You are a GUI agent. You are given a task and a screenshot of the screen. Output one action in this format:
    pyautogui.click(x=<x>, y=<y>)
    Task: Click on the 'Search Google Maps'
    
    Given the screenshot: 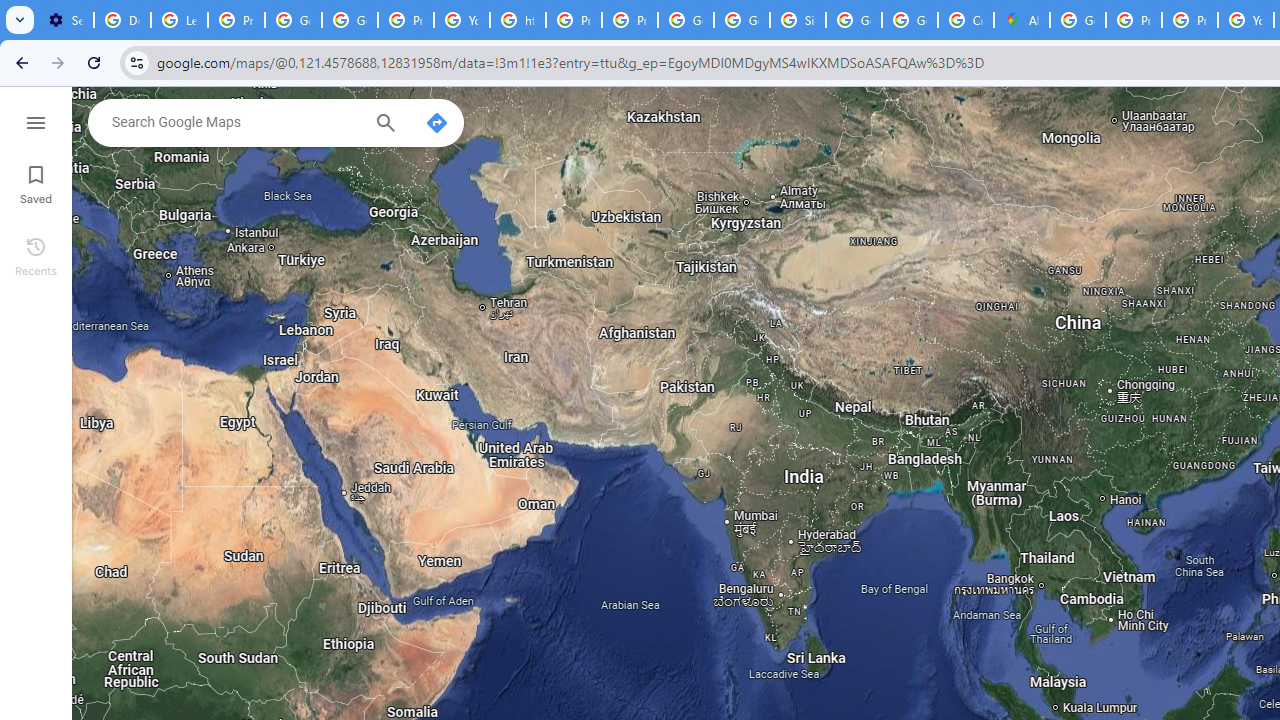 What is the action you would take?
    pyautogui.click(x=235, y=122)
    